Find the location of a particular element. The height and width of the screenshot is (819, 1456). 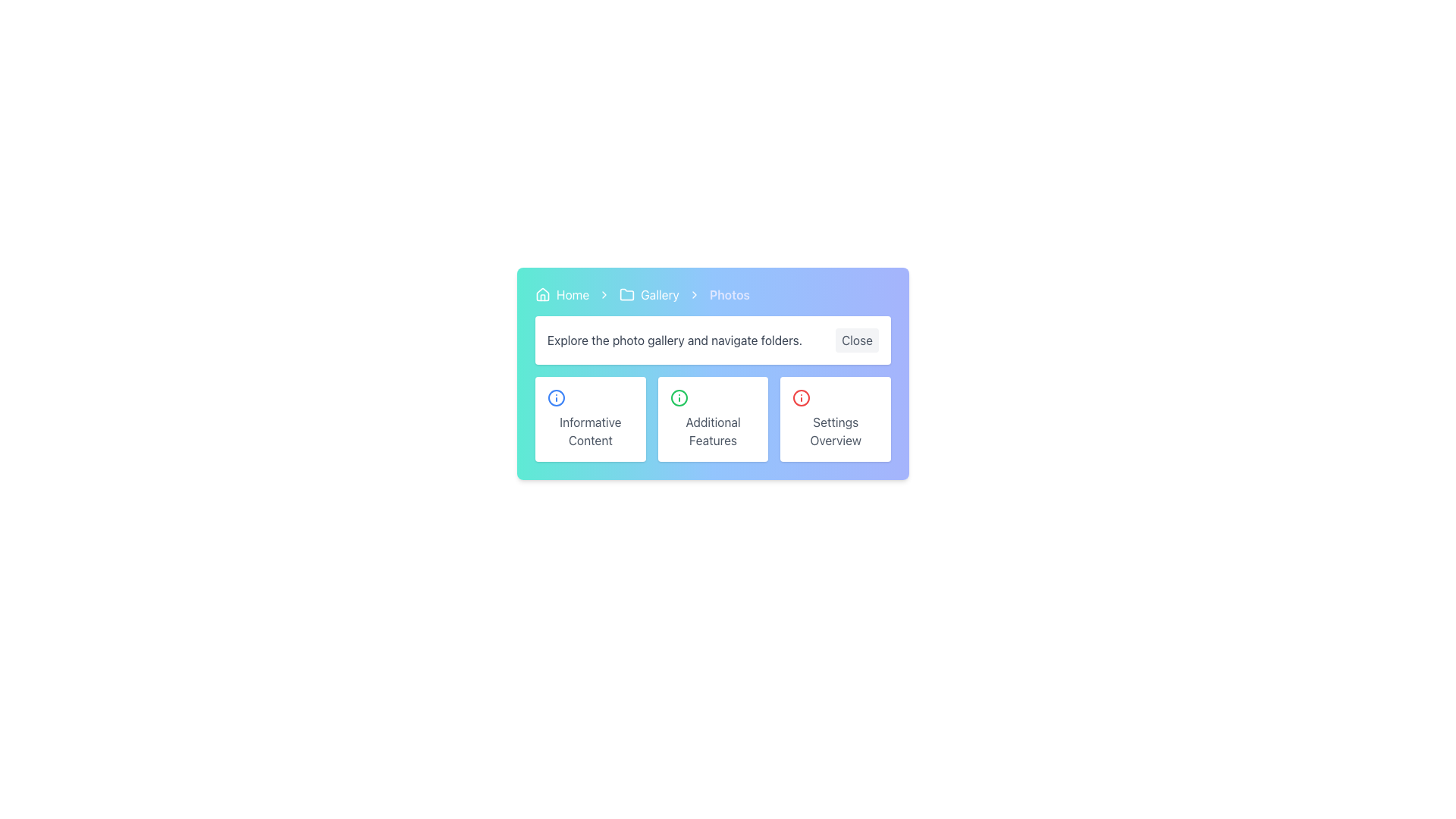

the 'Photos' text label in the breadcrumb navigation bar, which indicates the current section in the application's hierarchy is located at coordinates (730, 295).